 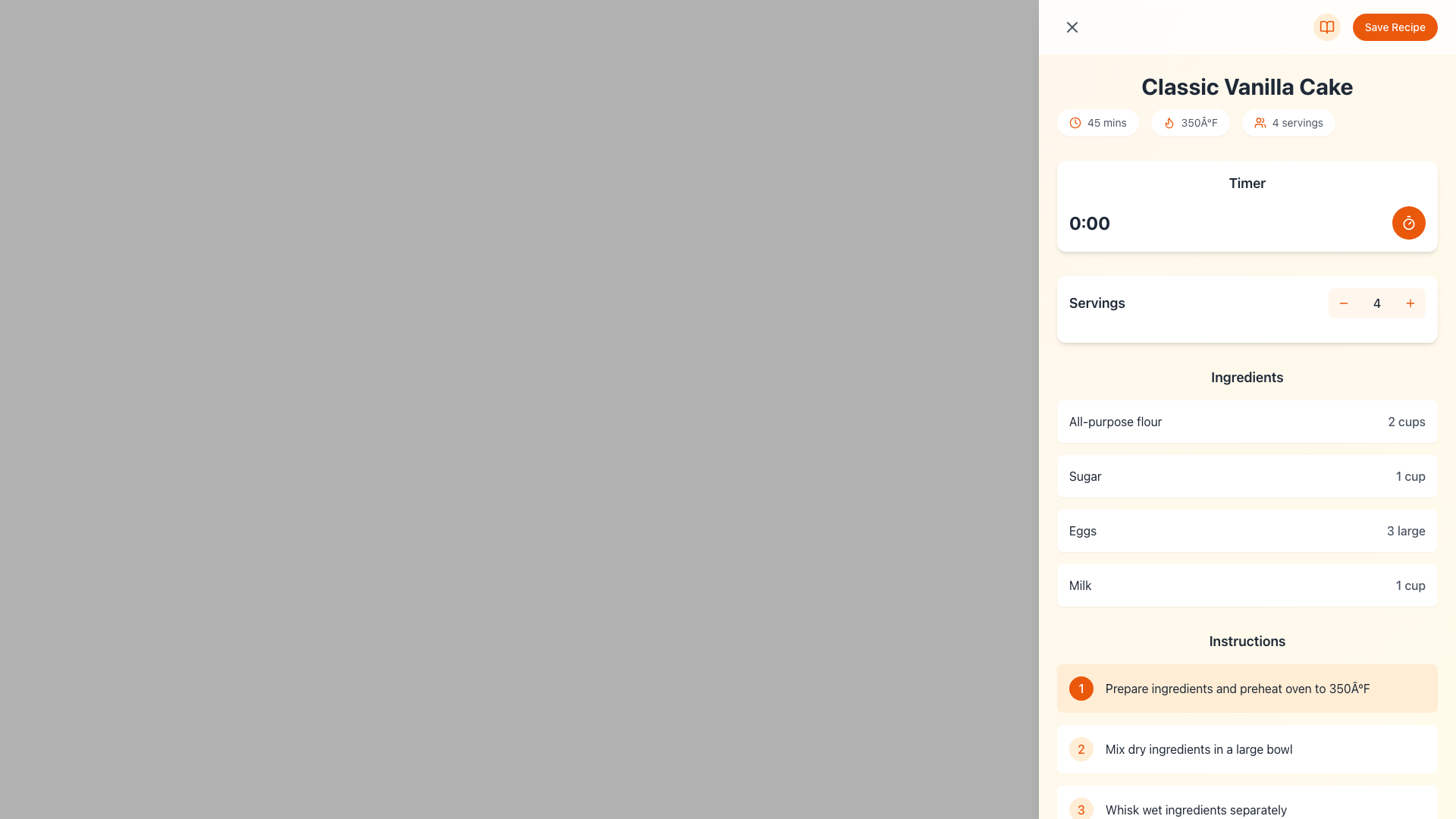 I want to click on the informational label displaying the preparation or cooking time for the recipe, located to the left of '350°F' and '4 servings', below the 'Classic Vanilla Cake' header, so click(x=1097, y=122).